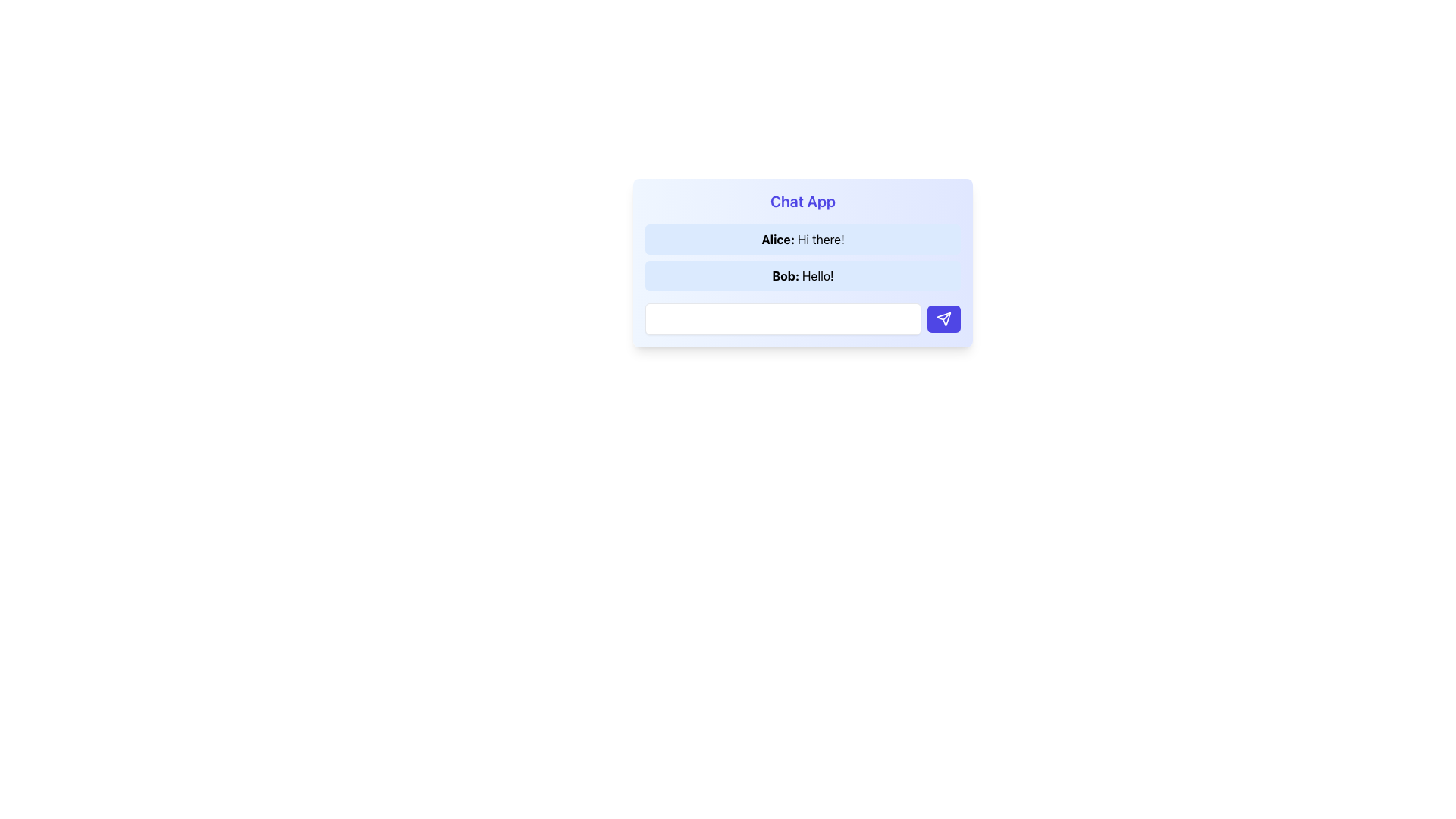 This screenshot has height=819, width=1456. What do you see at coordinates (820, 239) in the screenshot?
I see `message text 'Hi there!' displayed in the chat bubble next to the username 'Alice:' in the chat application` at bounding box center [820, 239].